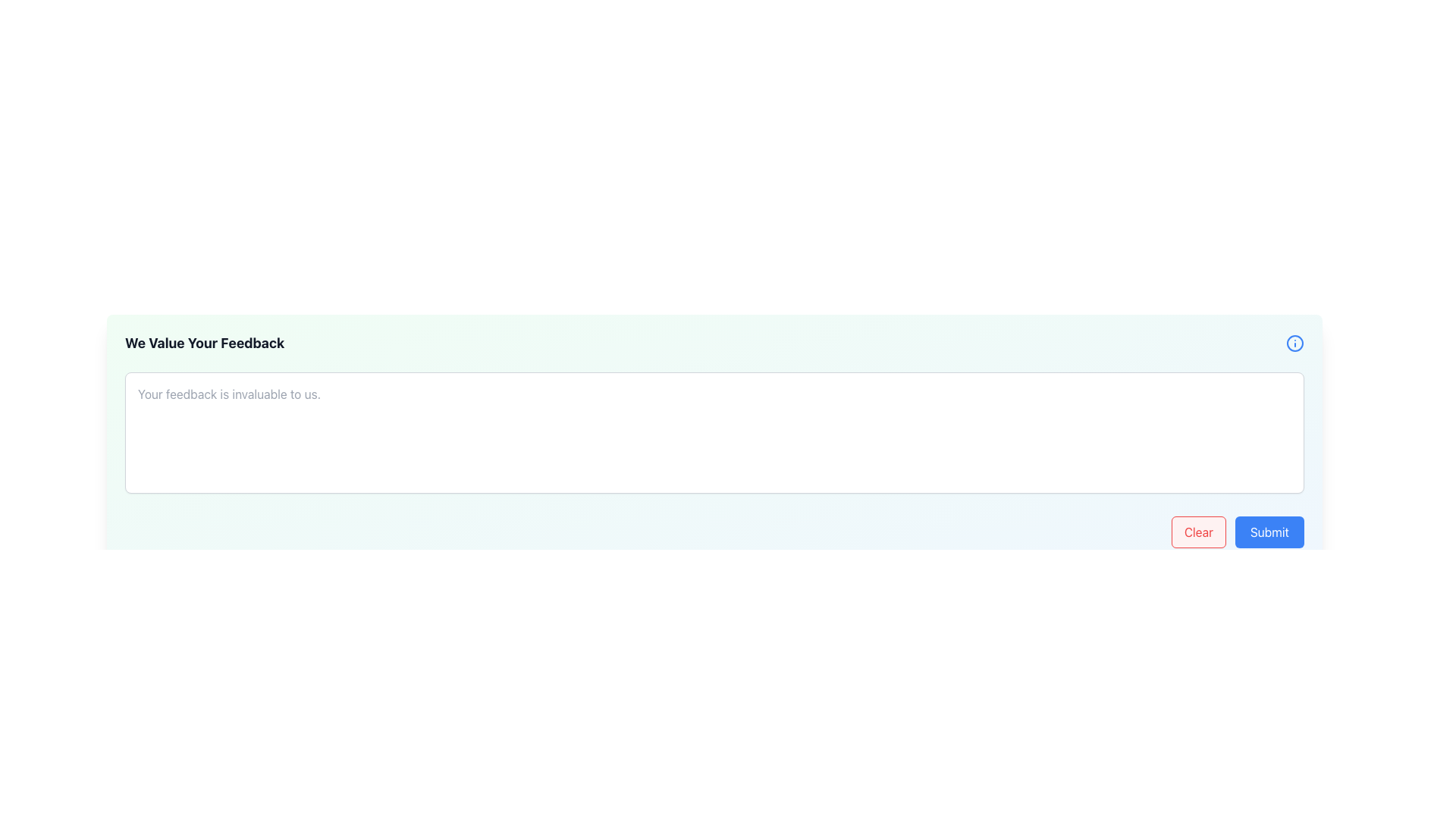  I want to click on the 'Submit' button, which is a rectangular button with rounded corners and a blue background located at the bottom right of the interface, so click(1269, 532).